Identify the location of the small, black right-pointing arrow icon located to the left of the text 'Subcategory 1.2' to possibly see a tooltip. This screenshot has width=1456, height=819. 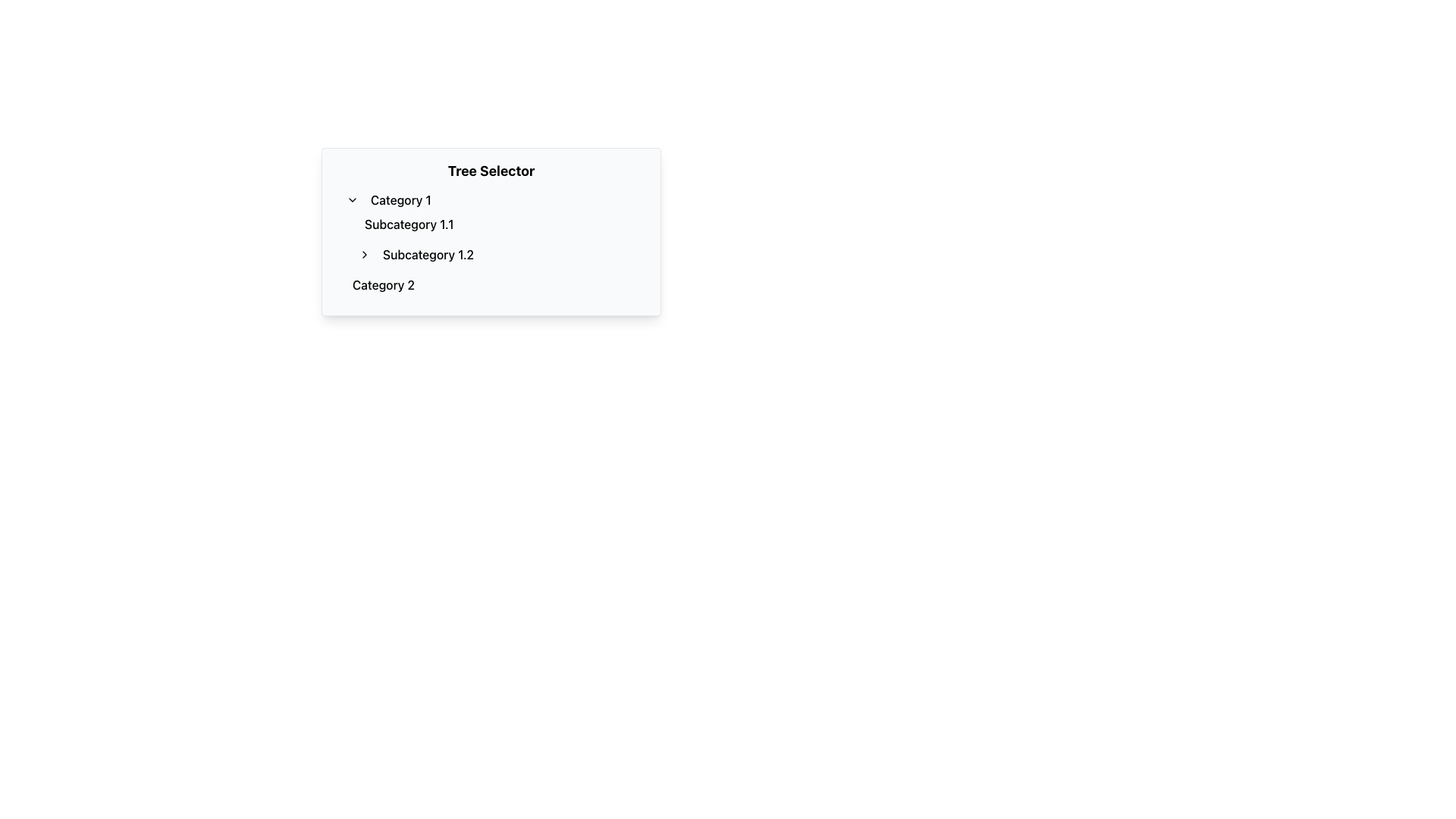
(364, 253).